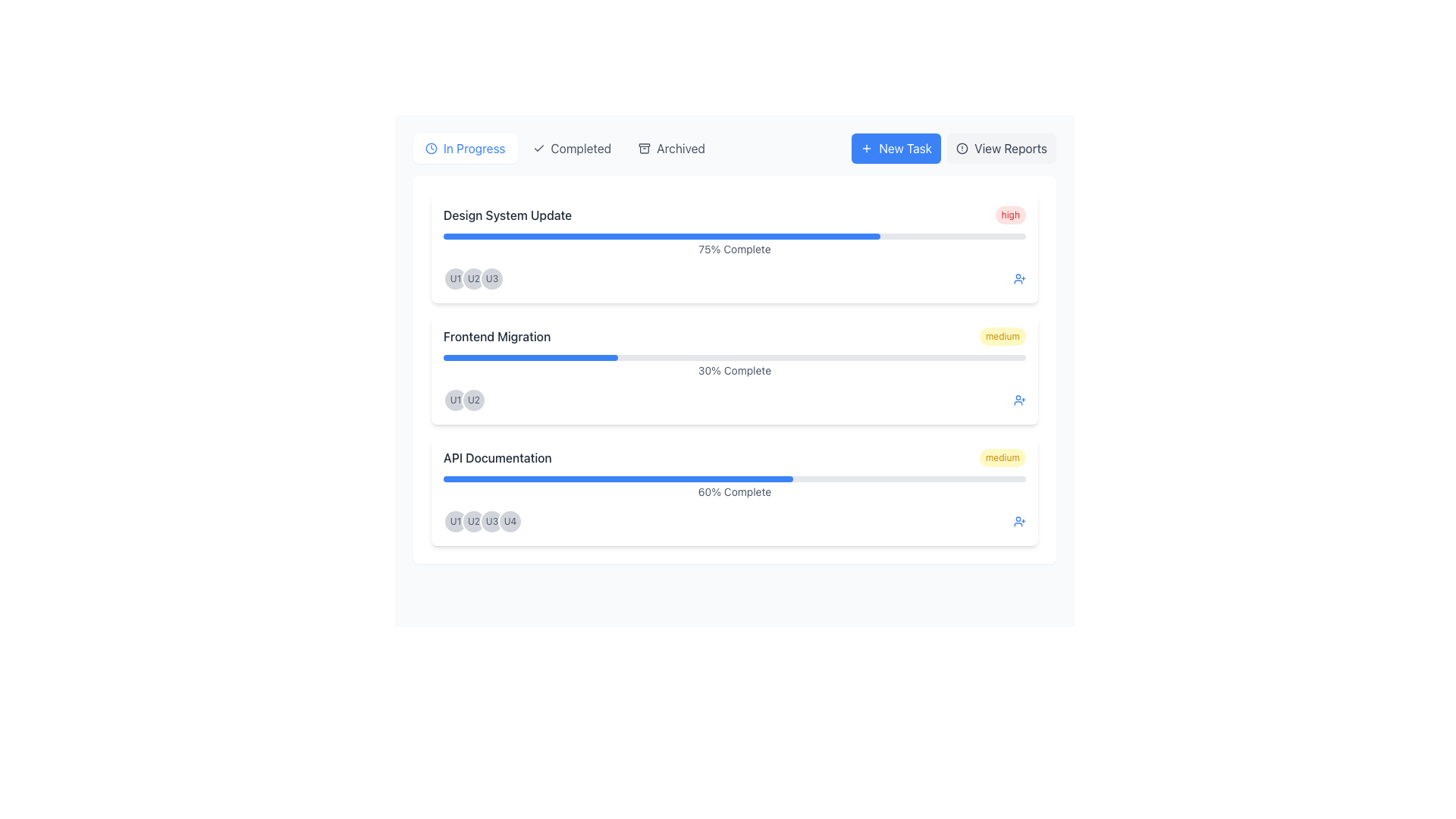  What do you see at coordinates (735, 247) in the screenshot?
I see `the first card in the vertical stack that provides information about a specific task or project, including its name, priority, completion percentage, and associated users` at bounding box center [735, 247].